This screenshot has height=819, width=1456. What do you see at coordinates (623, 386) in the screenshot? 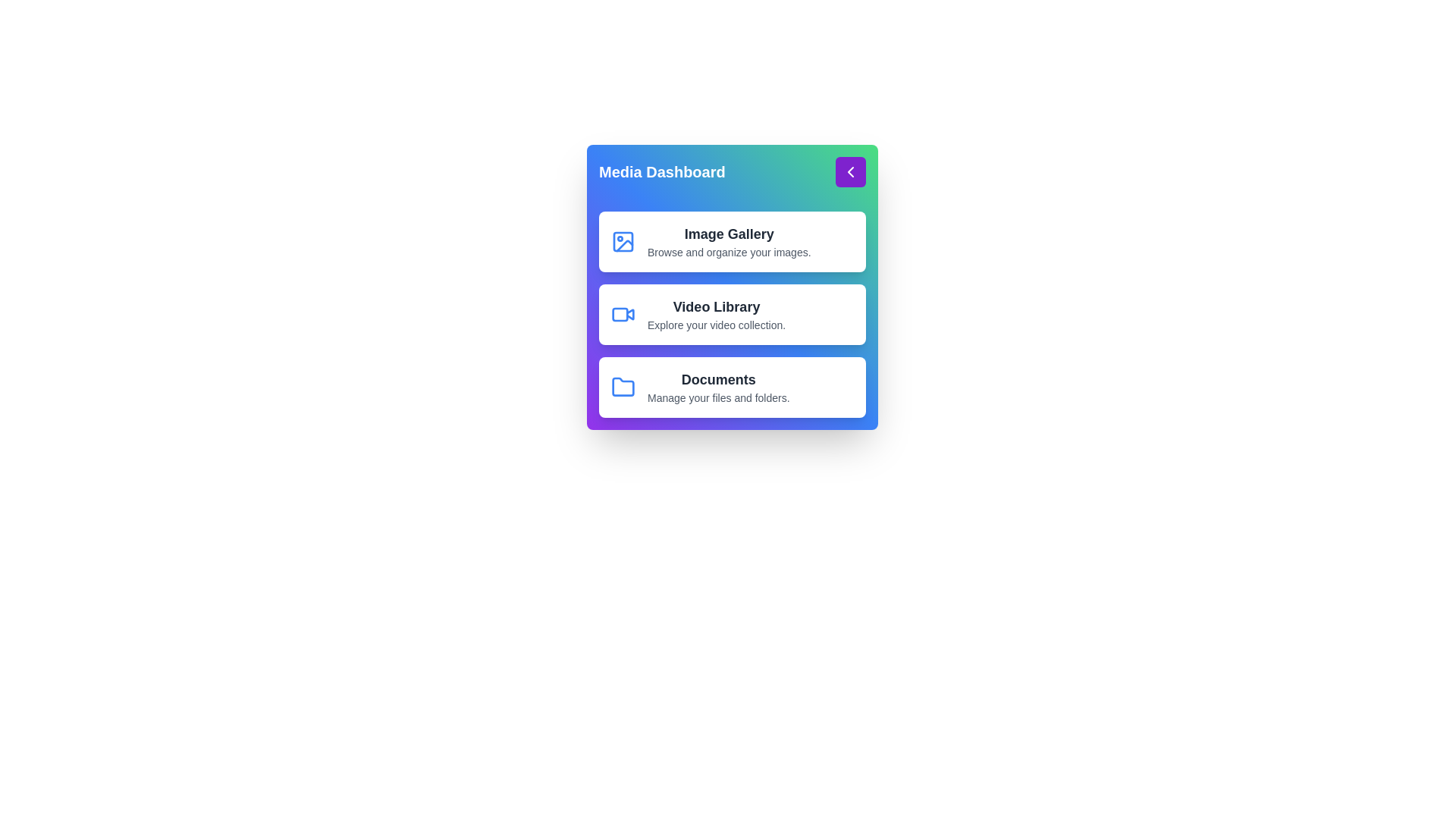
I see `the icon of the media gallery corresponding to Documents` at bounding box center [623, 386].